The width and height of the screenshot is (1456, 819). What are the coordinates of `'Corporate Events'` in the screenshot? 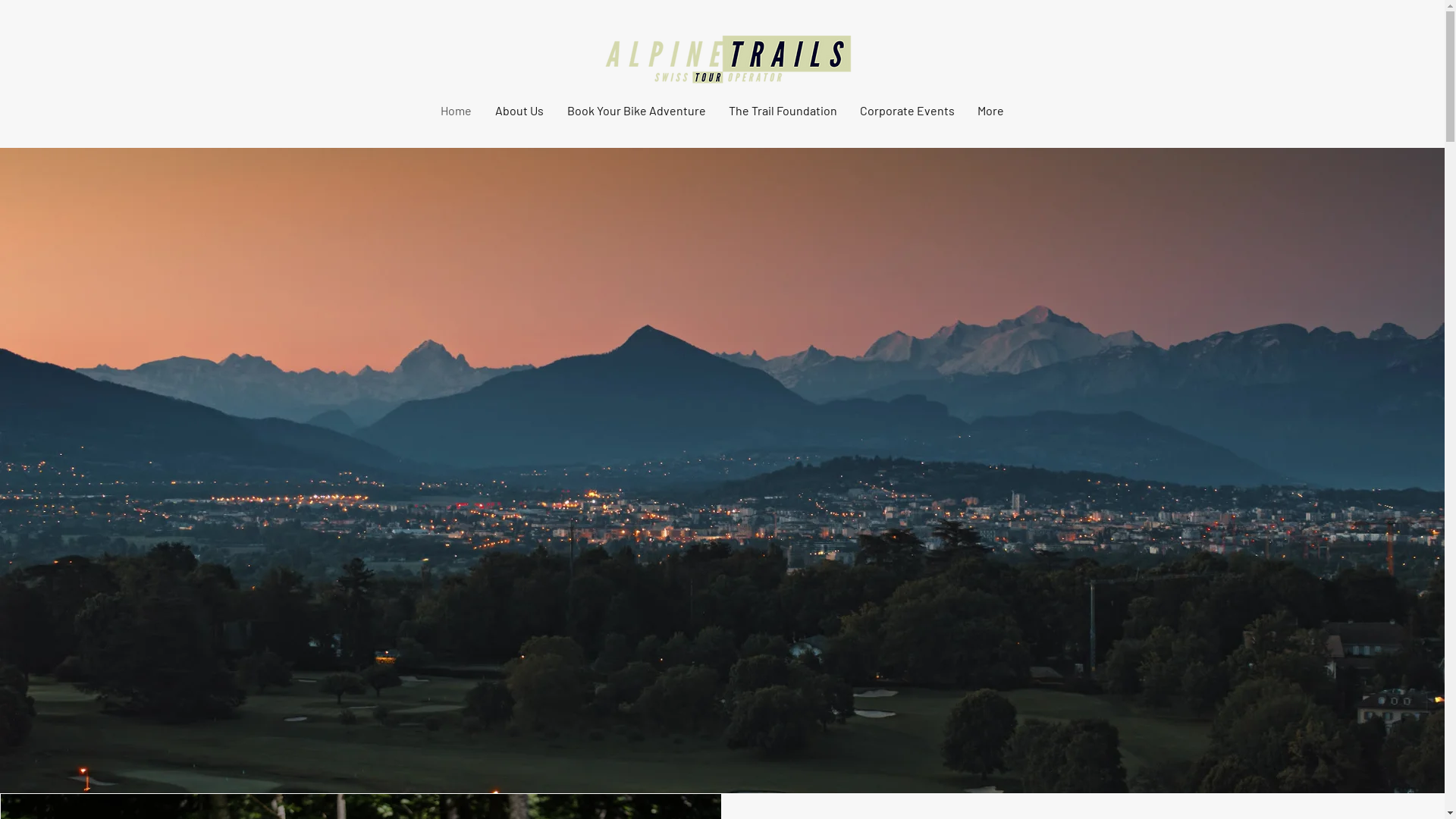 It's located at (906, 110).